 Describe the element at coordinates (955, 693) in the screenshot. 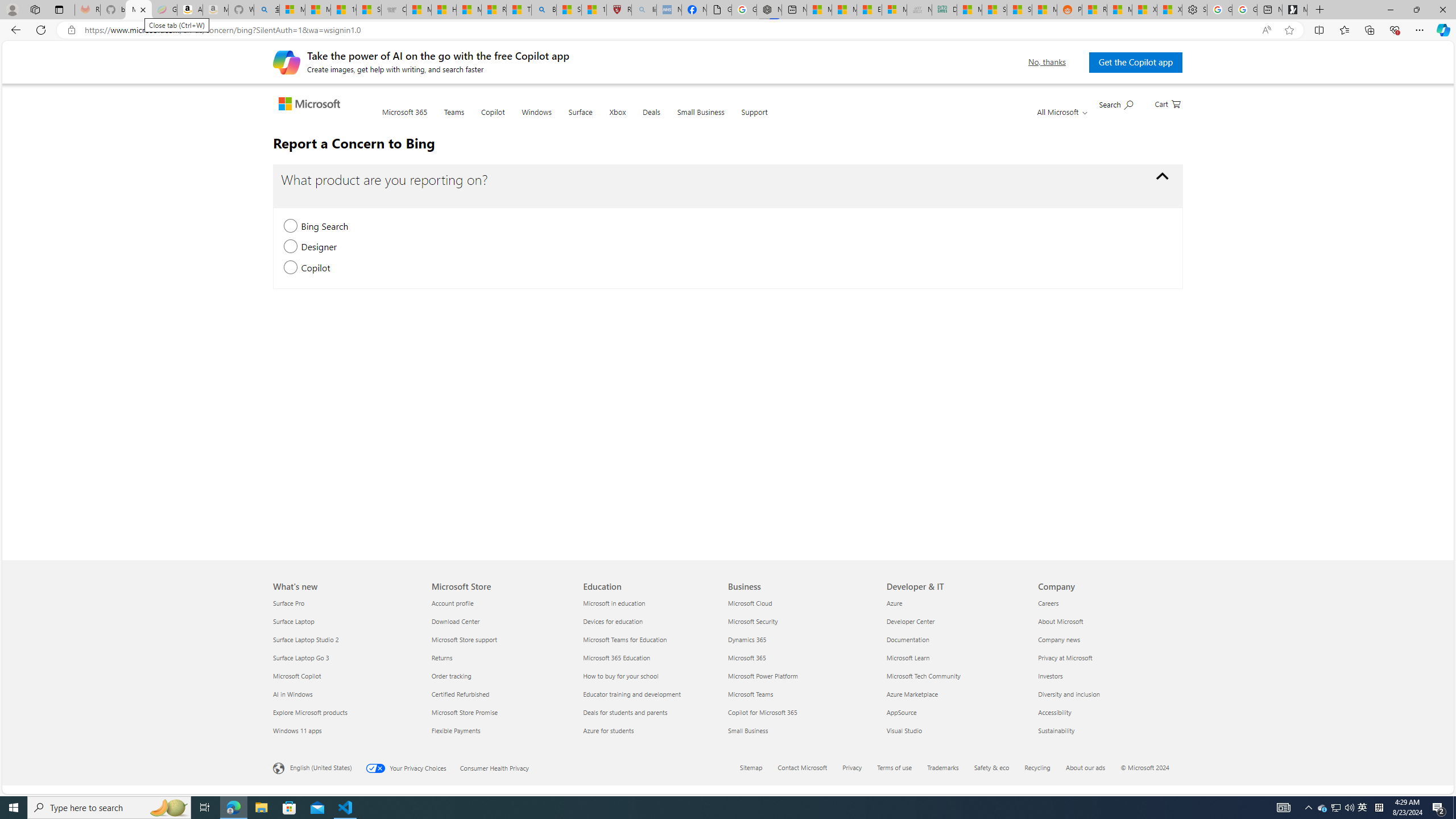

I see `'Azure Marketplace'` at that location.